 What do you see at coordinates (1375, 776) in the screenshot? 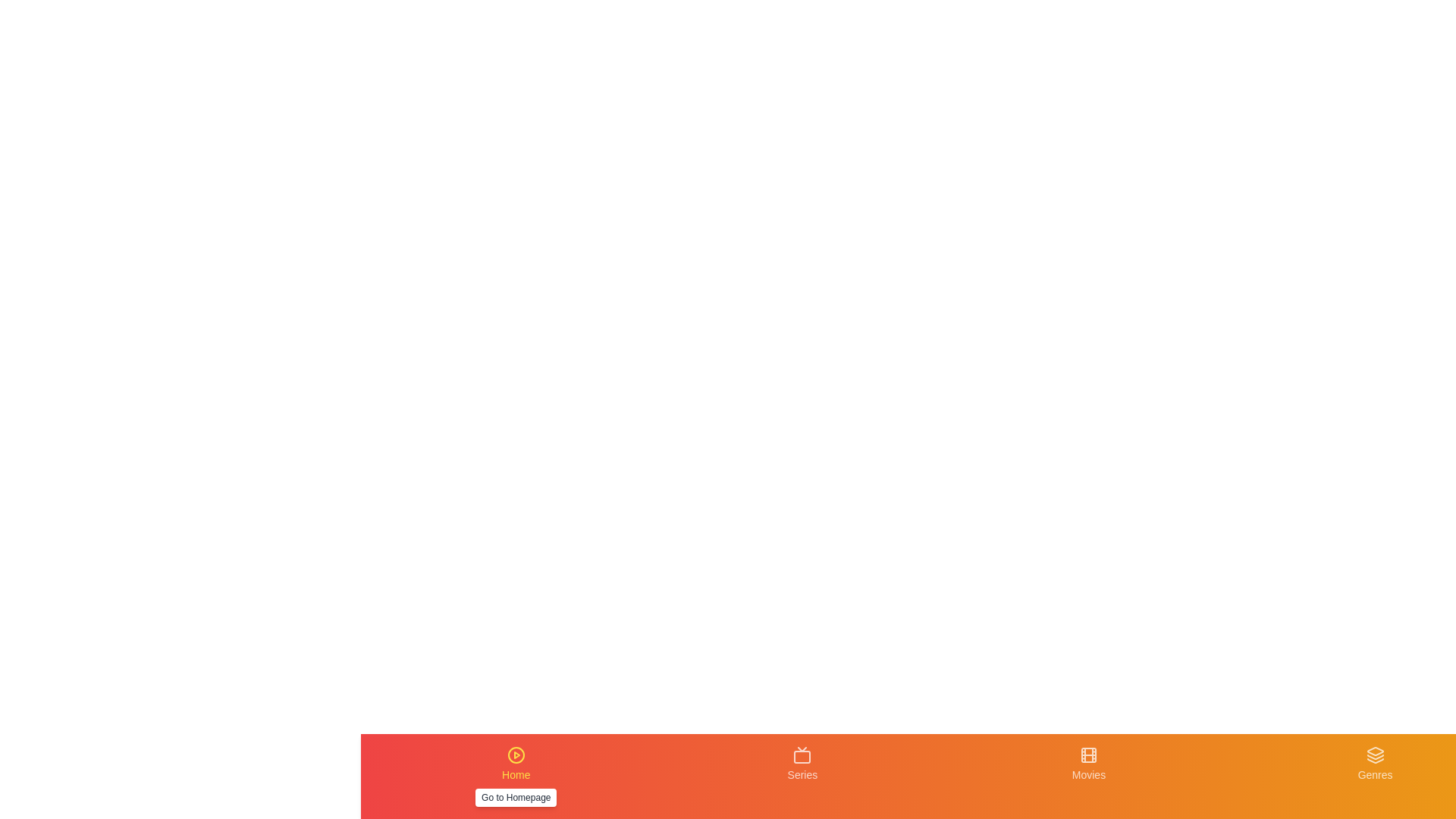
I see `the navigation tab labeled Genres` at bounding box center [1375, 776].